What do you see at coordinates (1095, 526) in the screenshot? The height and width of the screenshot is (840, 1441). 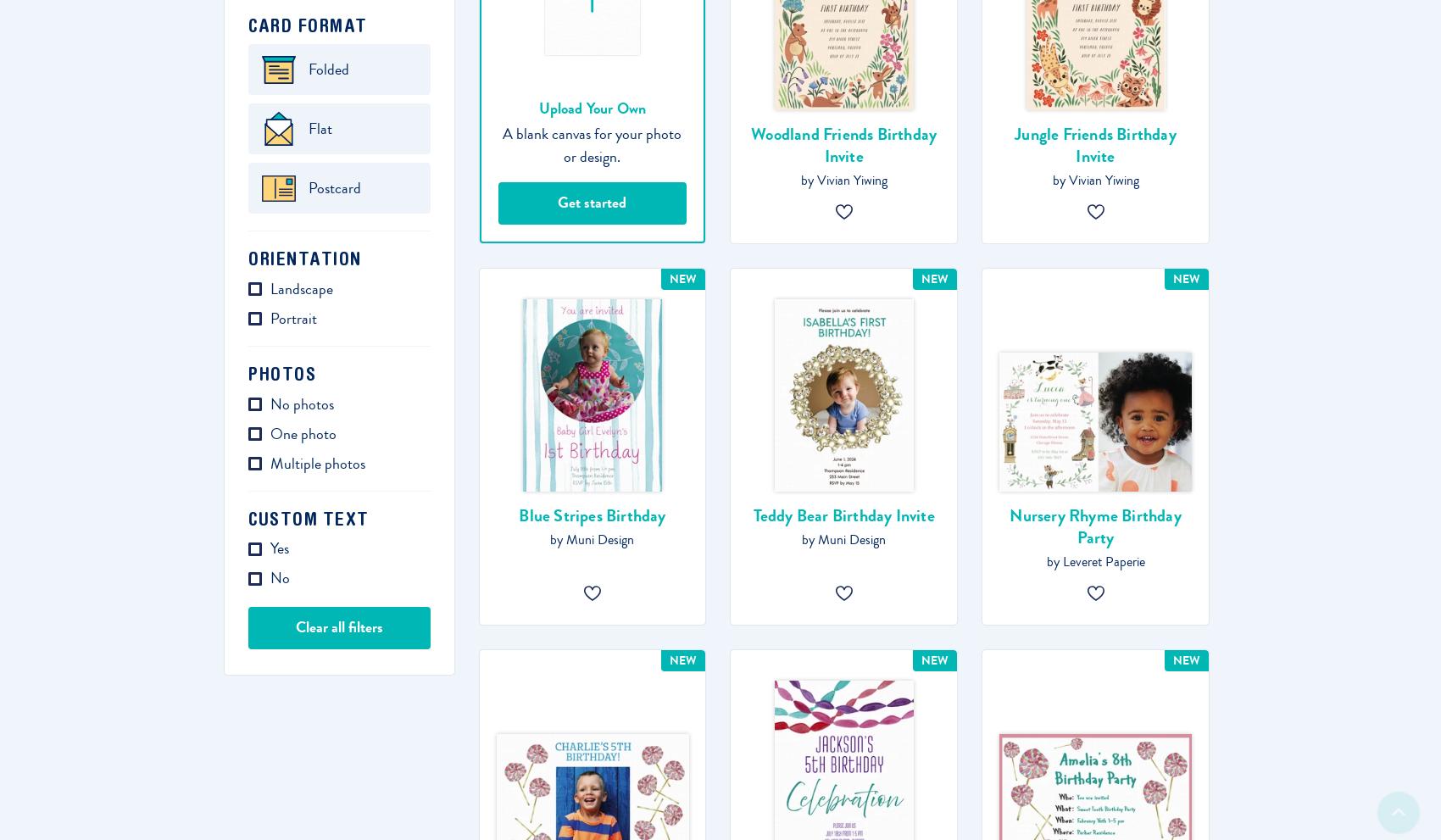 I see `'Nursery Rhyme Birthday Party'` at bounding box center [1095, 526].